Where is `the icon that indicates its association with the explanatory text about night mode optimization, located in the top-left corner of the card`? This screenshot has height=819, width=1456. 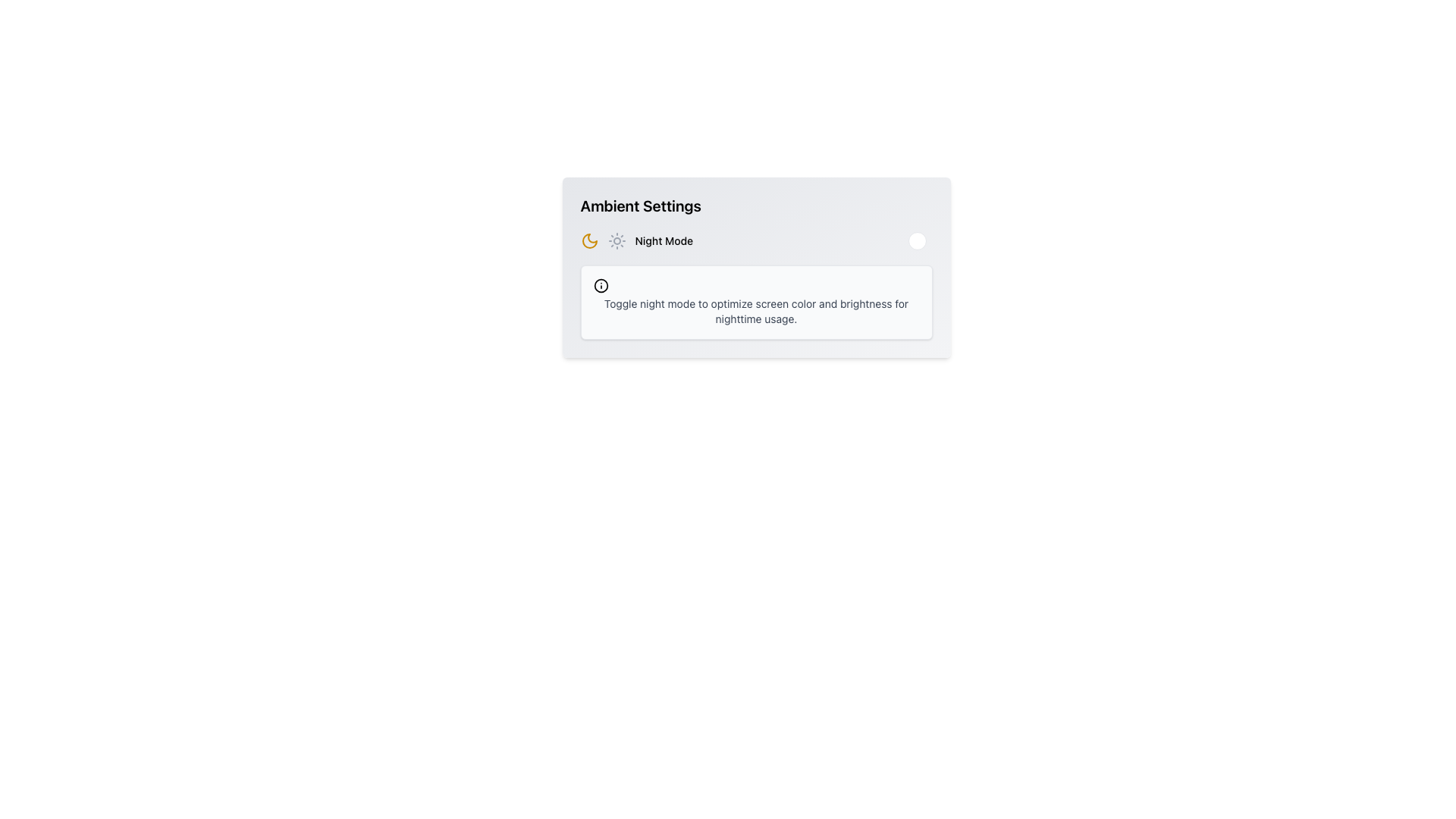 the icon that indicates its association with the explanatory text about night mode optimization, located in the top-left corner of the card is located at coordinates (600, 286).